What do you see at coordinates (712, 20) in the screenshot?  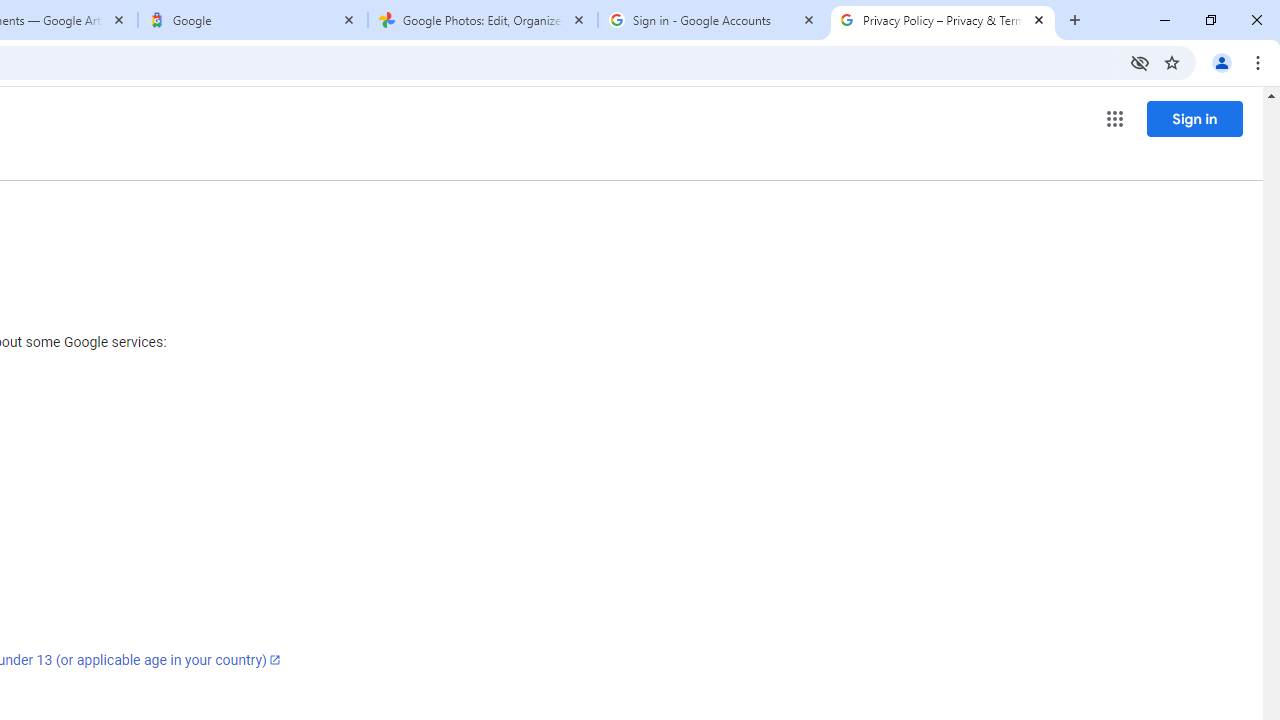 I see `'Sign in - Google Accounts'` at bounding box center [712, 20].